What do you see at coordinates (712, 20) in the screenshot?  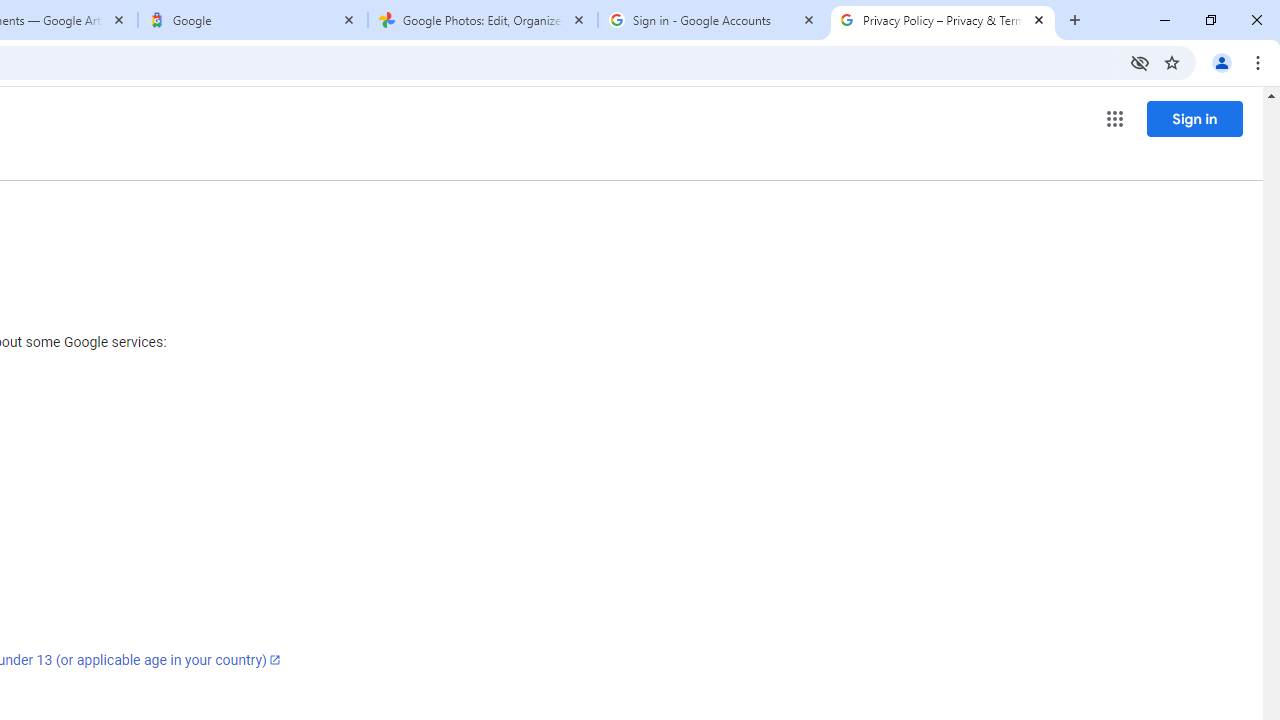 I see `'Sign in - Google Accounts'` at bounding box center [712, 20].